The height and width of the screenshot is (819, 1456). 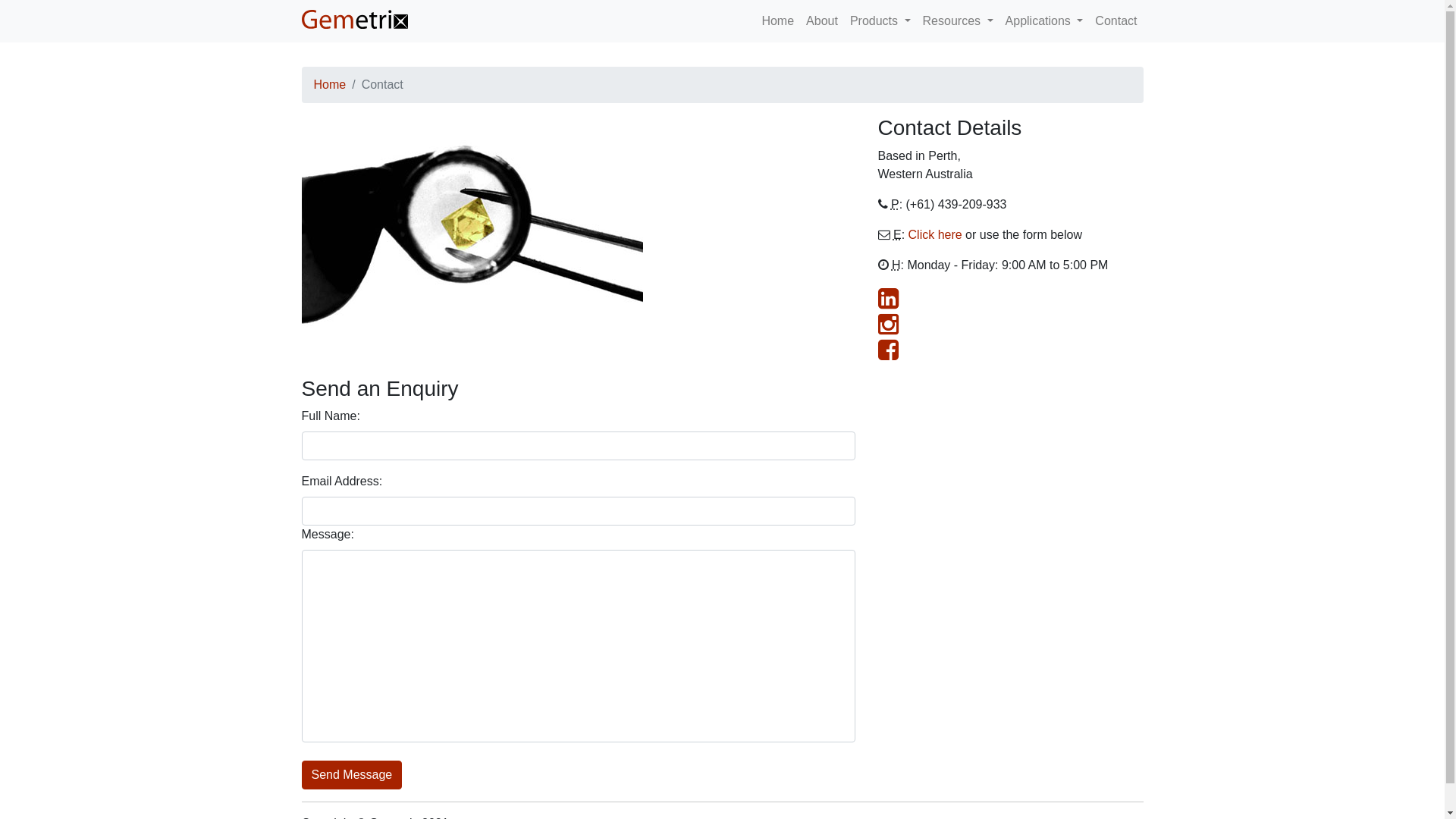 What do you see at coordinates (908, 234) in the screenshot?
I see `'Click here'` at bounding box center [908, 234].